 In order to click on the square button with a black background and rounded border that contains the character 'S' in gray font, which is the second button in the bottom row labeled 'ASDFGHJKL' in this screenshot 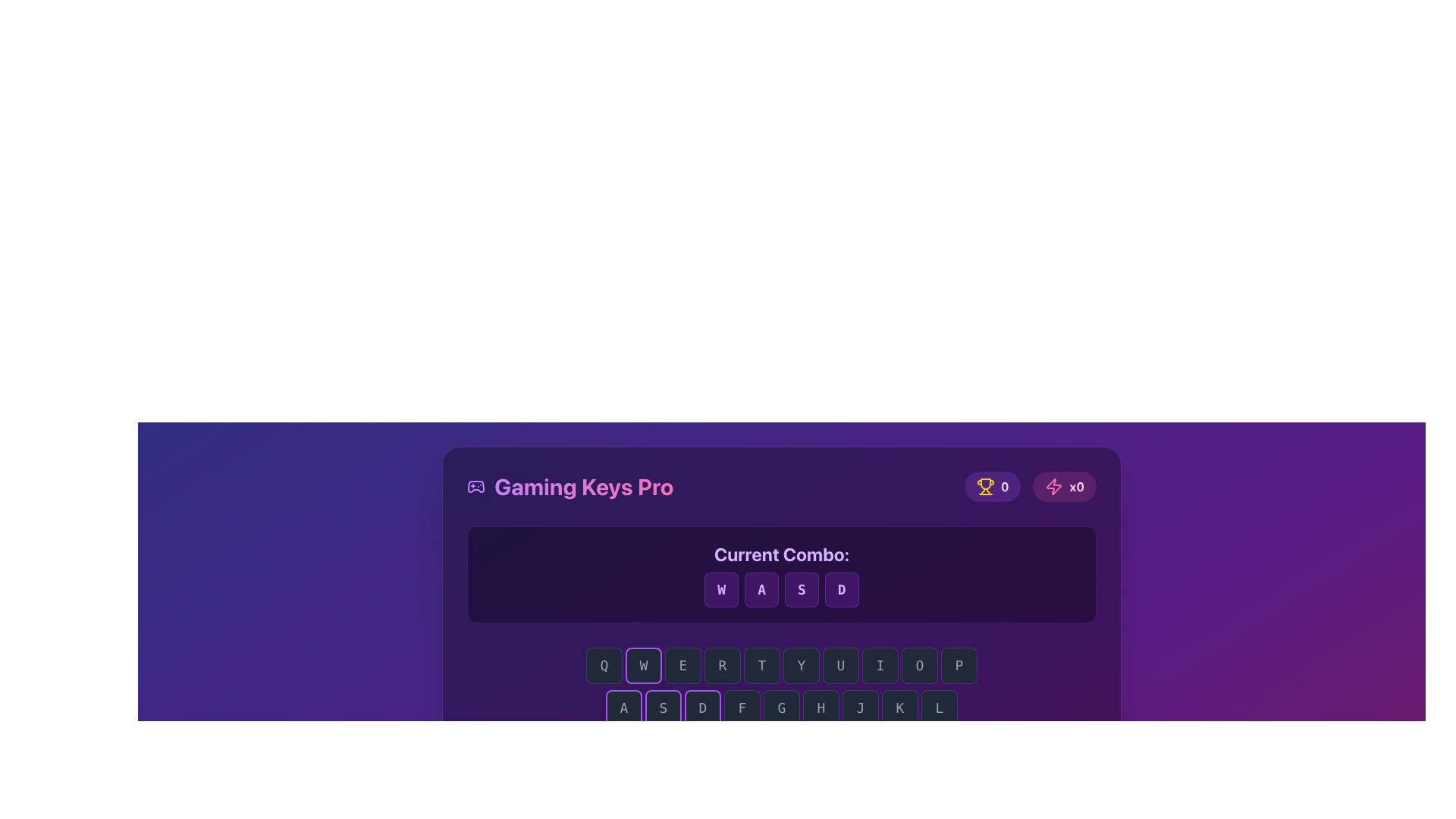, I will do `click(663, 708)`.